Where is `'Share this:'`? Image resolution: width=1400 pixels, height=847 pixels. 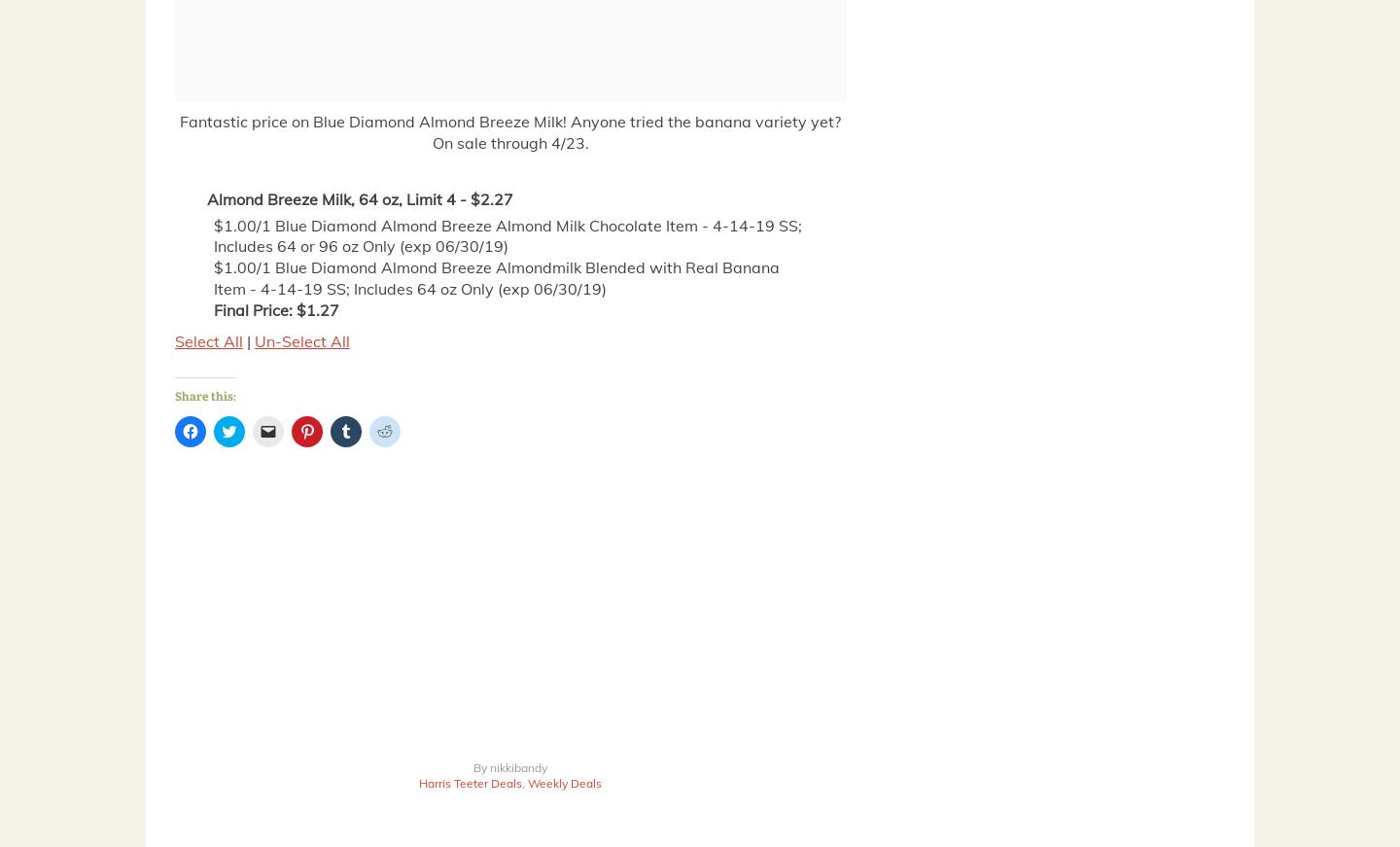
'Share this:' is located at coordinates (205, 395).